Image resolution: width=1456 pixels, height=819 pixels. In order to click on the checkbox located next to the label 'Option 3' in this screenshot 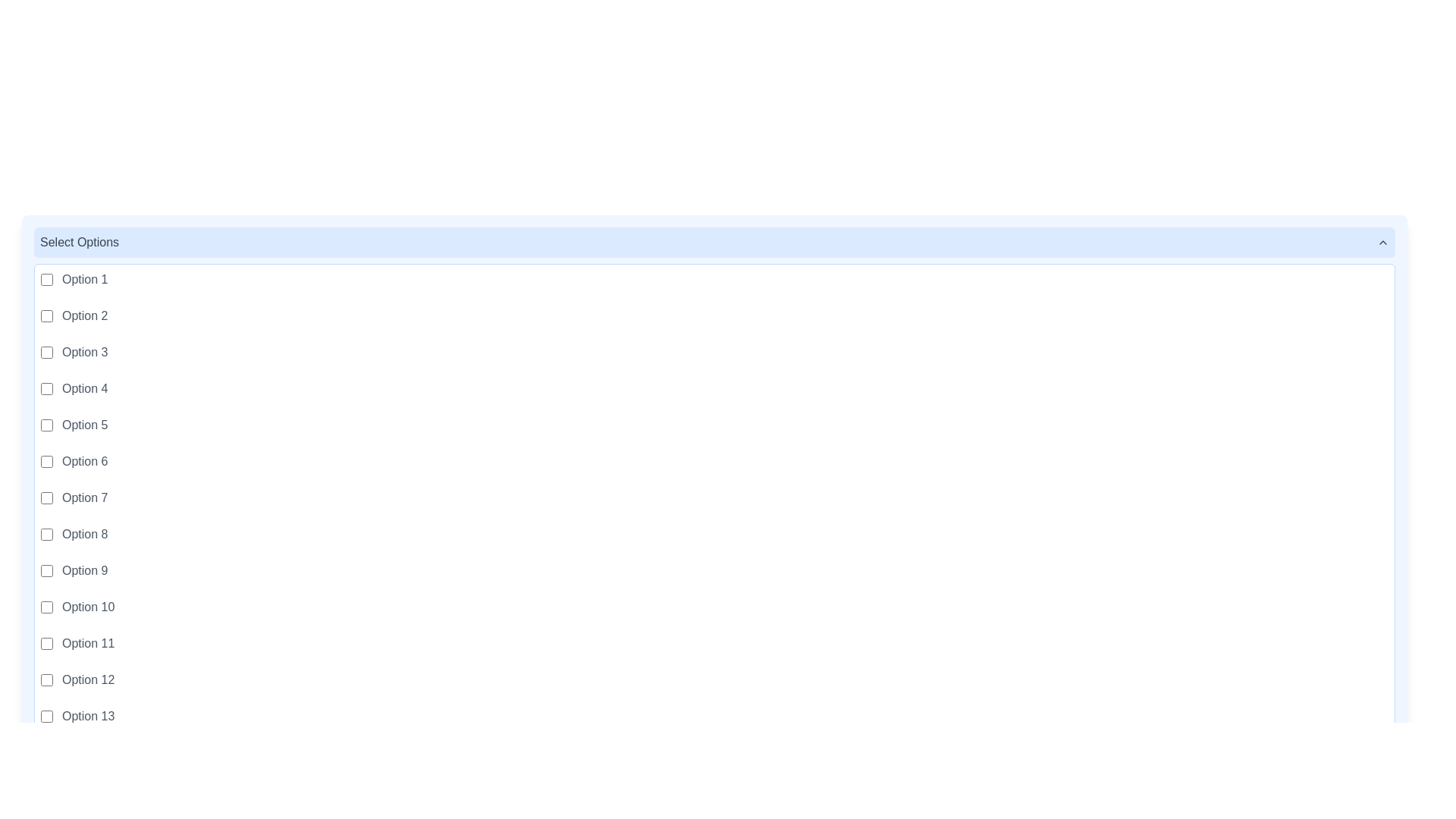, I will do `click(47, 353)`.